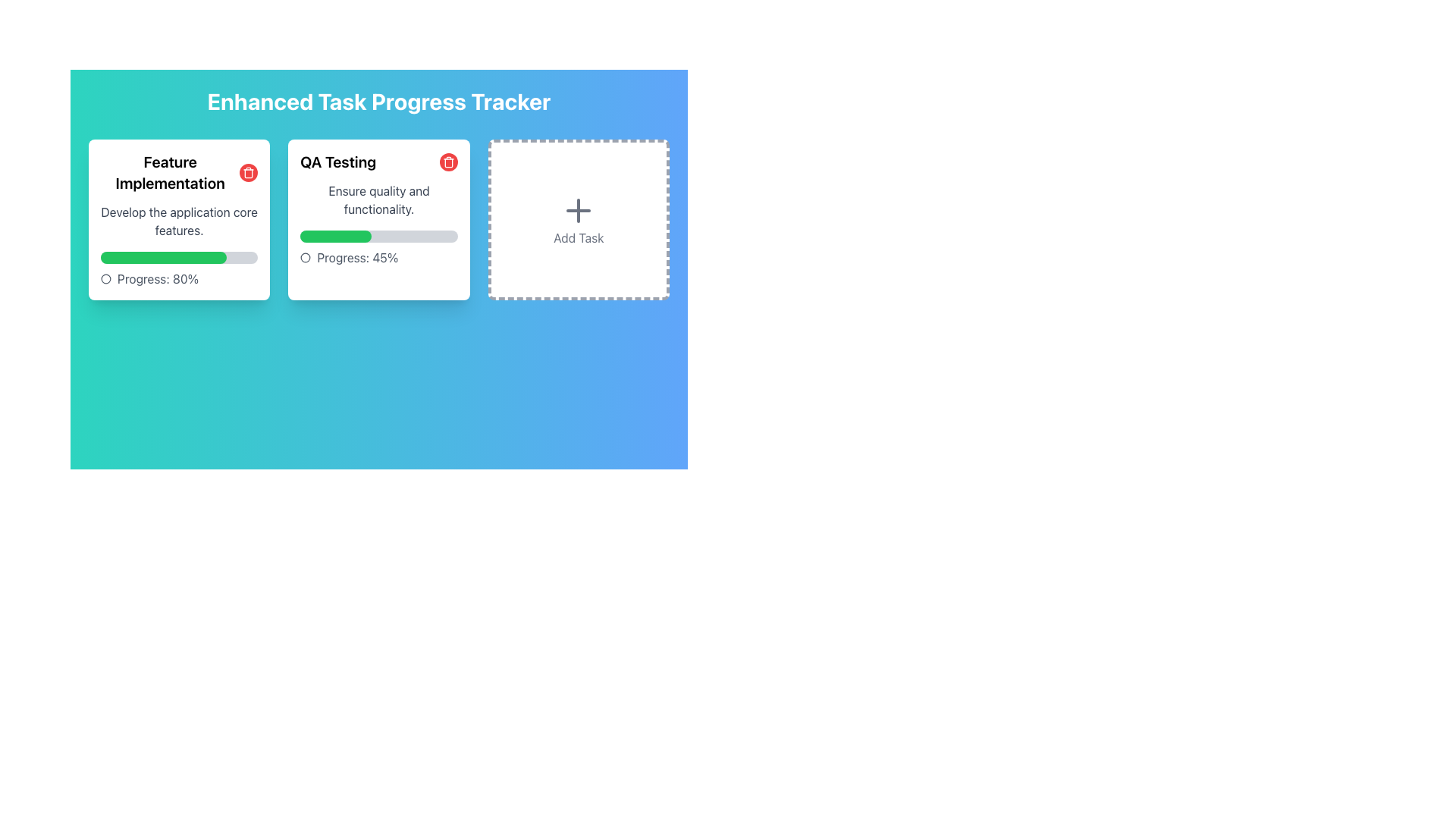  What do you see at coordinates (179, 256) in the screenshot?
I see `the Progress Bar representing 80% completion within the 'Feature Implementation' card` at bounding box center [179, 256].